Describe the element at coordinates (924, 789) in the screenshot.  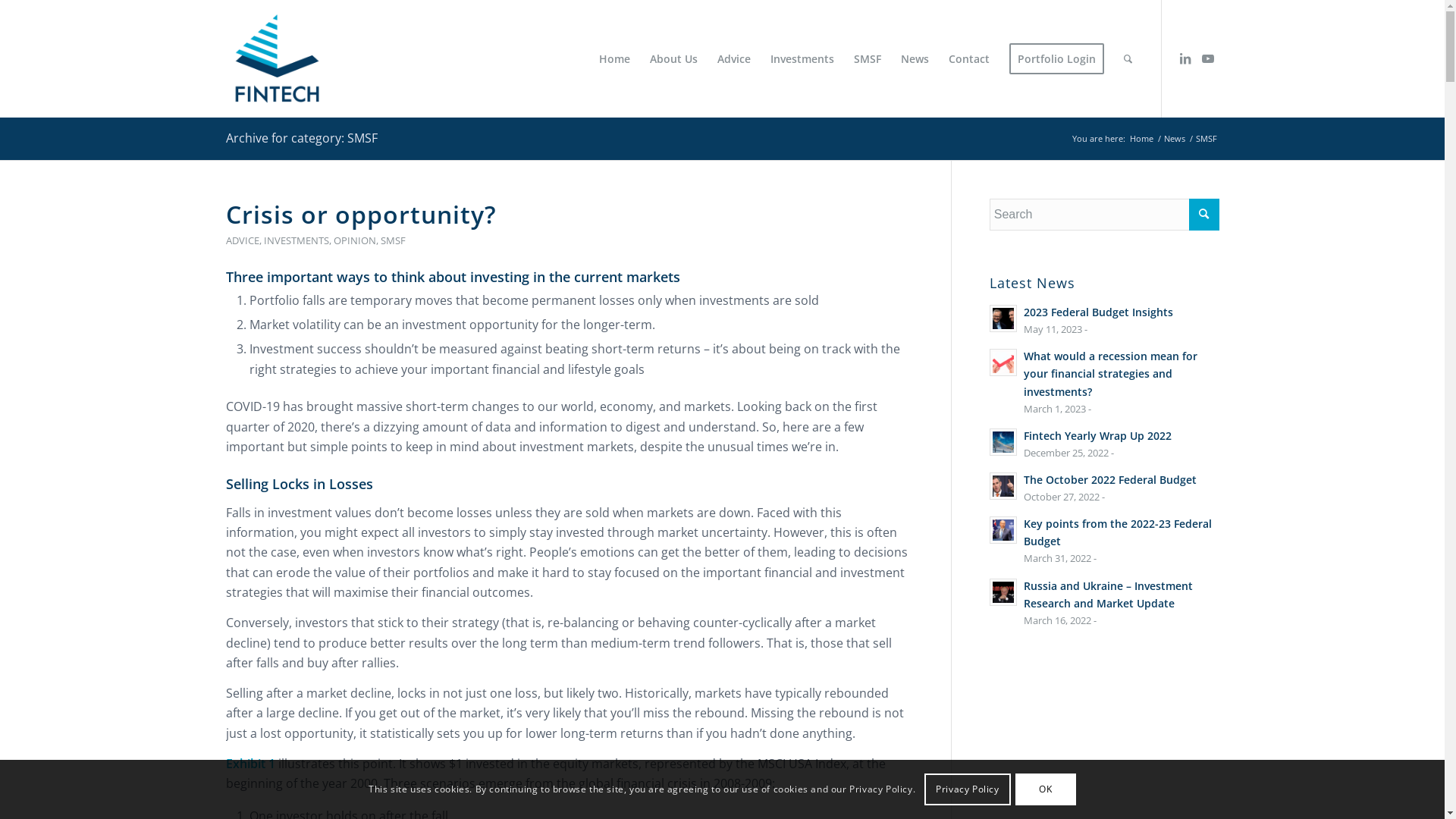
I see `'Privacy Policy'` at that location.